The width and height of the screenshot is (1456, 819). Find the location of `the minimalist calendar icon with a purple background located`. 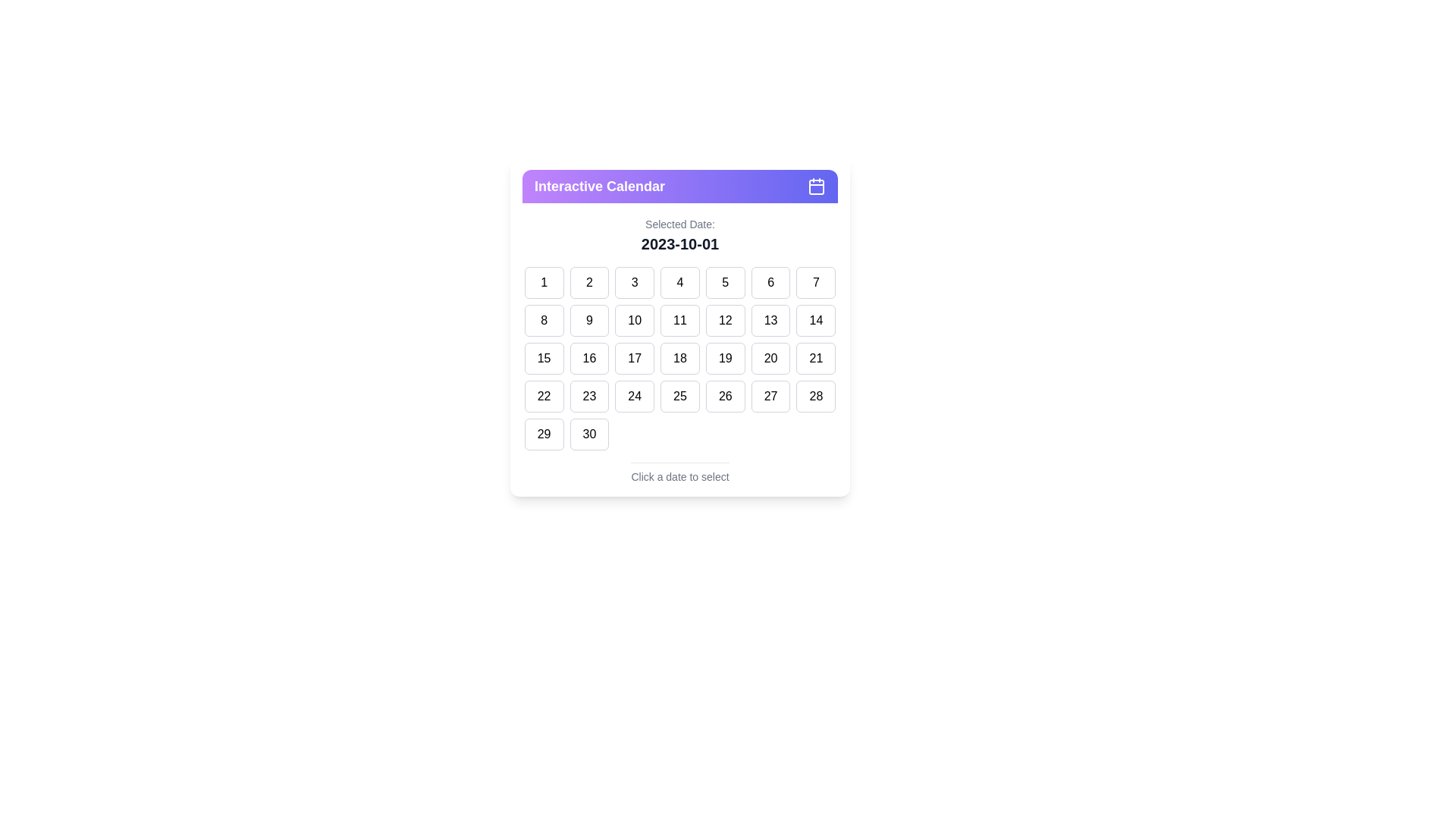

the minimalist calendar icon with a purple background located is located at coordinates (815, 186).